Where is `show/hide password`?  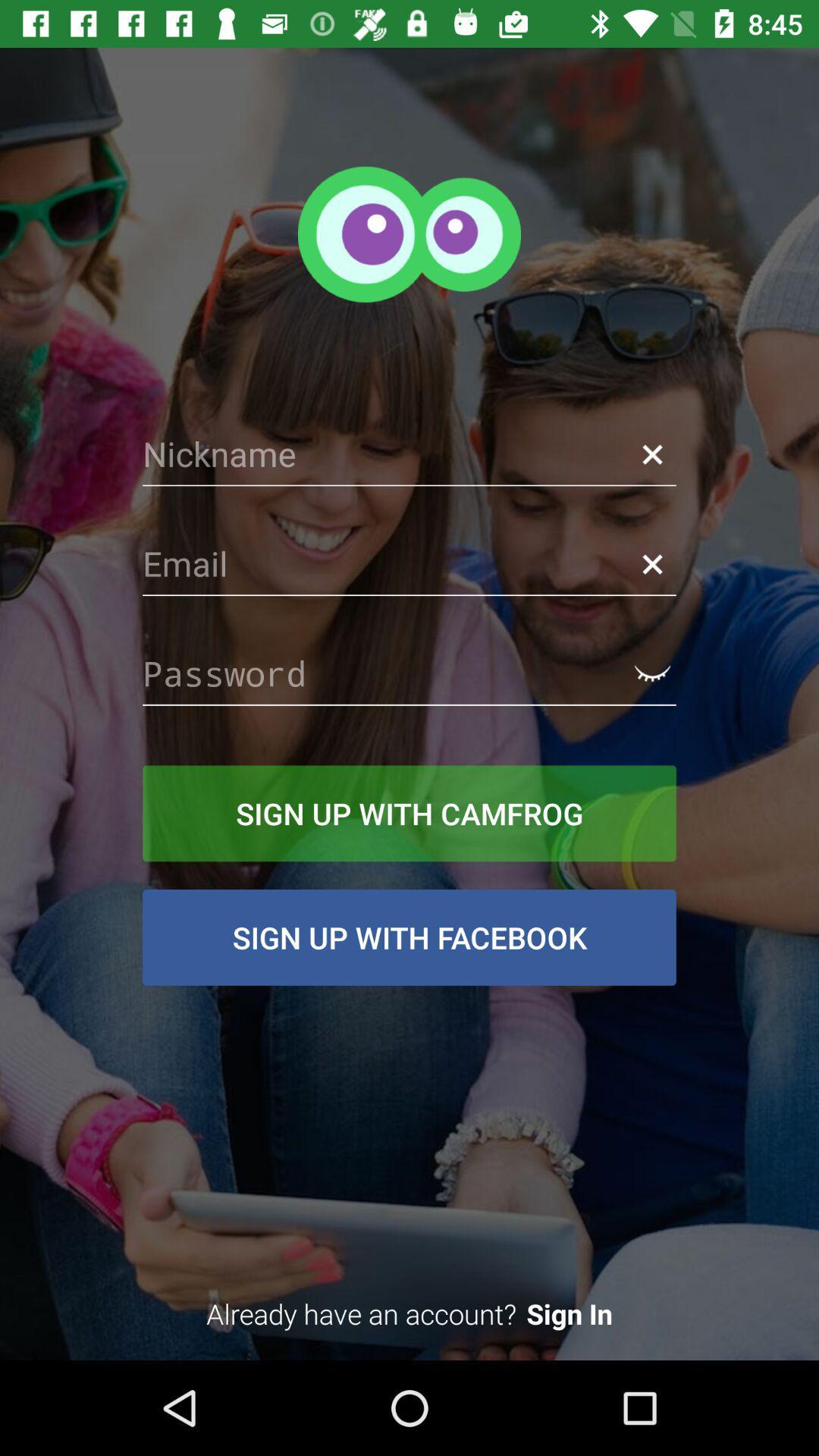 show/hide password is located at coordinates (651, 673).